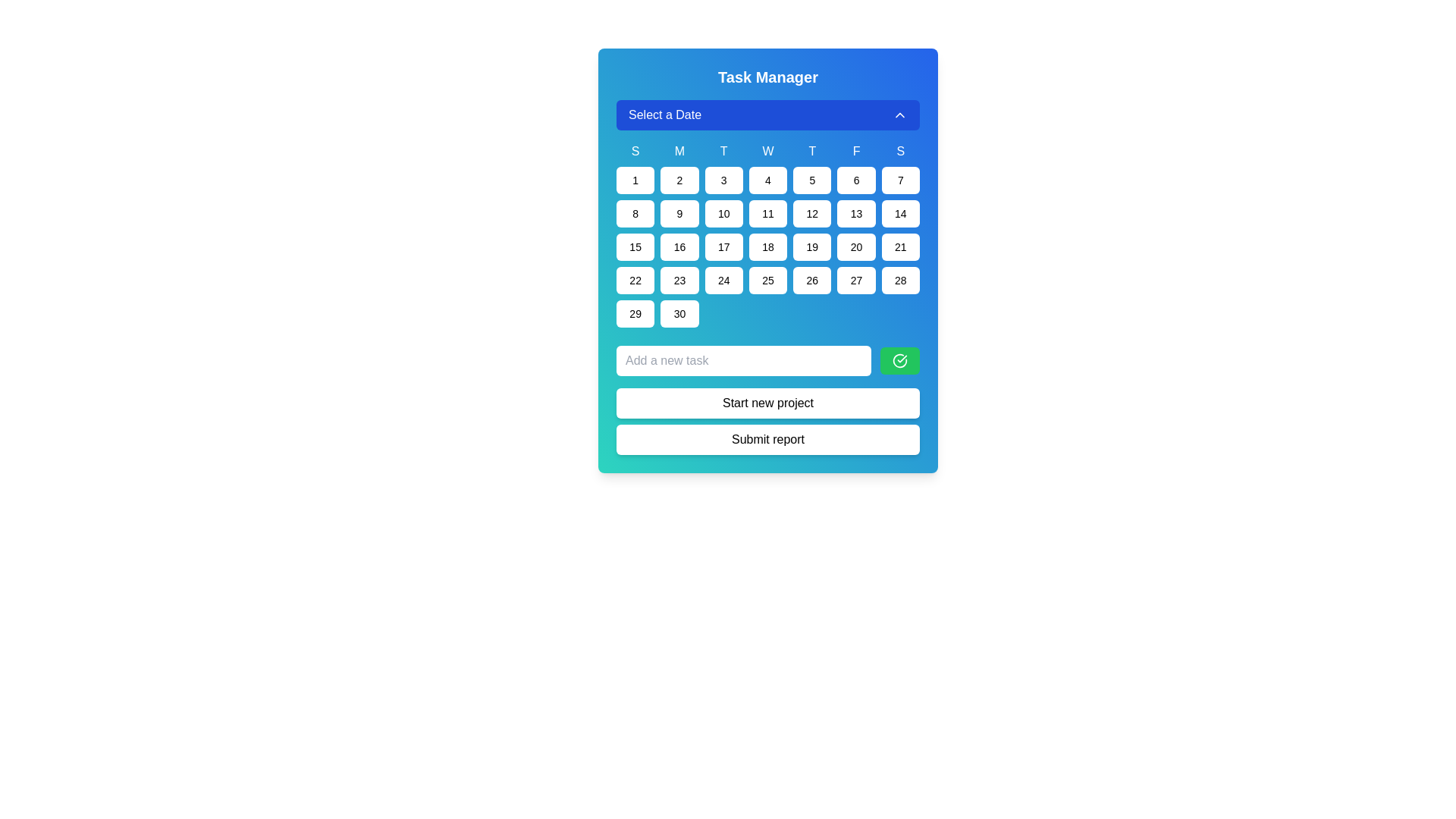  What do you see at coordinates (900, 213) in the screenshot?
I see `the button displaying the number '14', which is a rectangular button with a white background and black text` at bounding box center [900, 213].